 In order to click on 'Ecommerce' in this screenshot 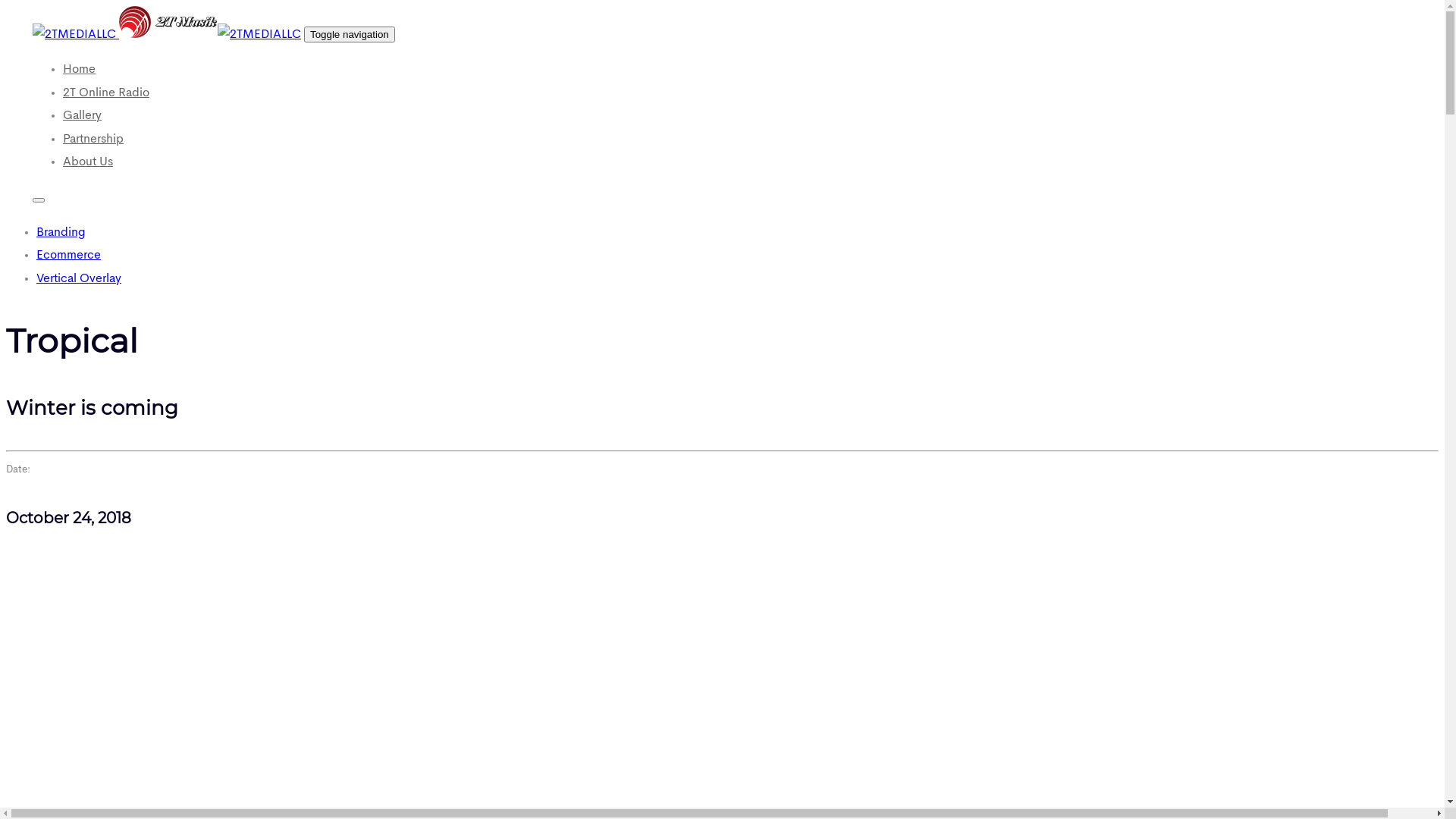, I will do `click(67, 254)`.